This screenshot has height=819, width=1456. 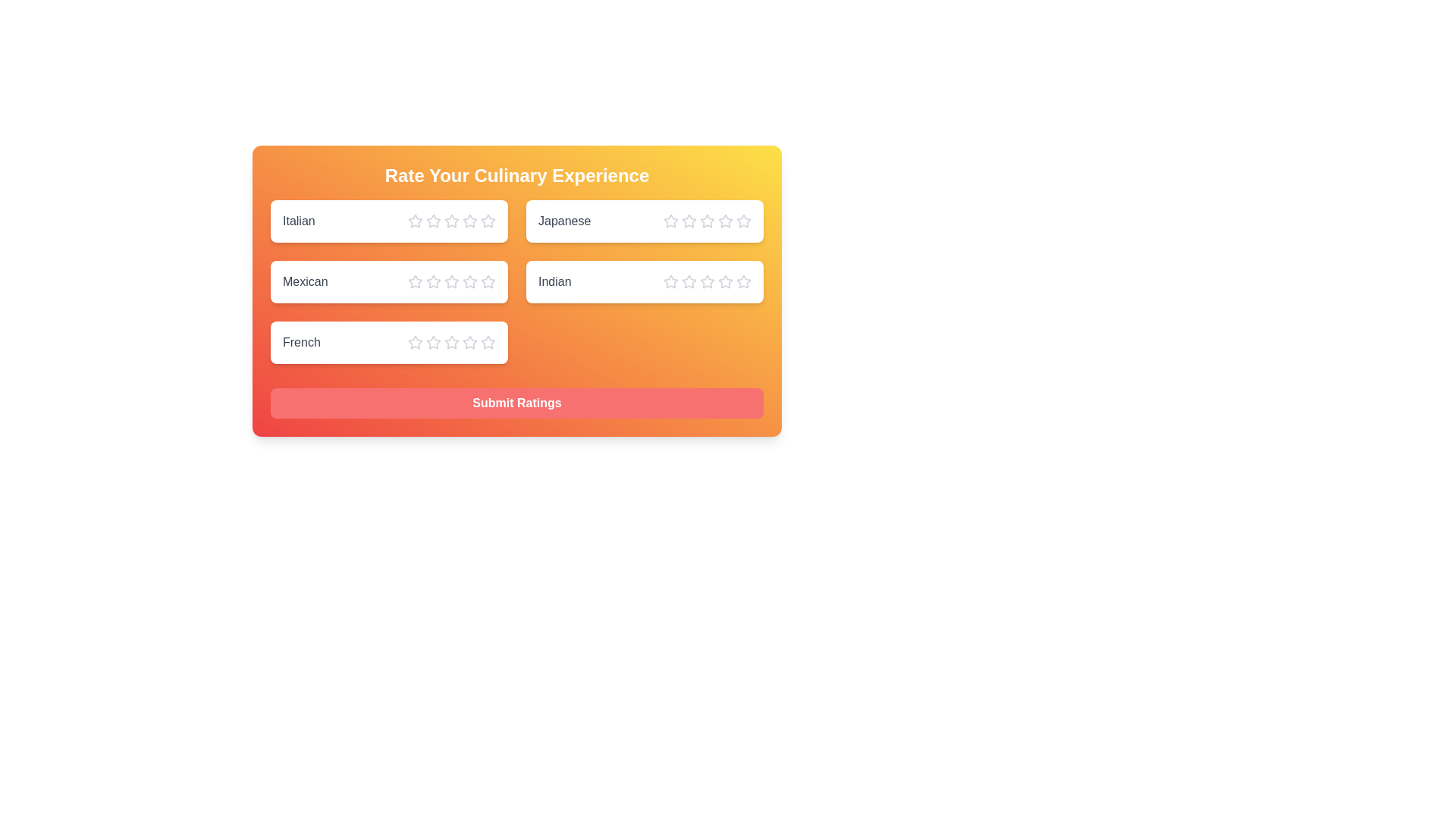 What do you see at coordinates (670, 221) in the screenshot?
I see `the star corresponding to the rating 1 for the cuisine Japanese` at bounding box center [670, 221].